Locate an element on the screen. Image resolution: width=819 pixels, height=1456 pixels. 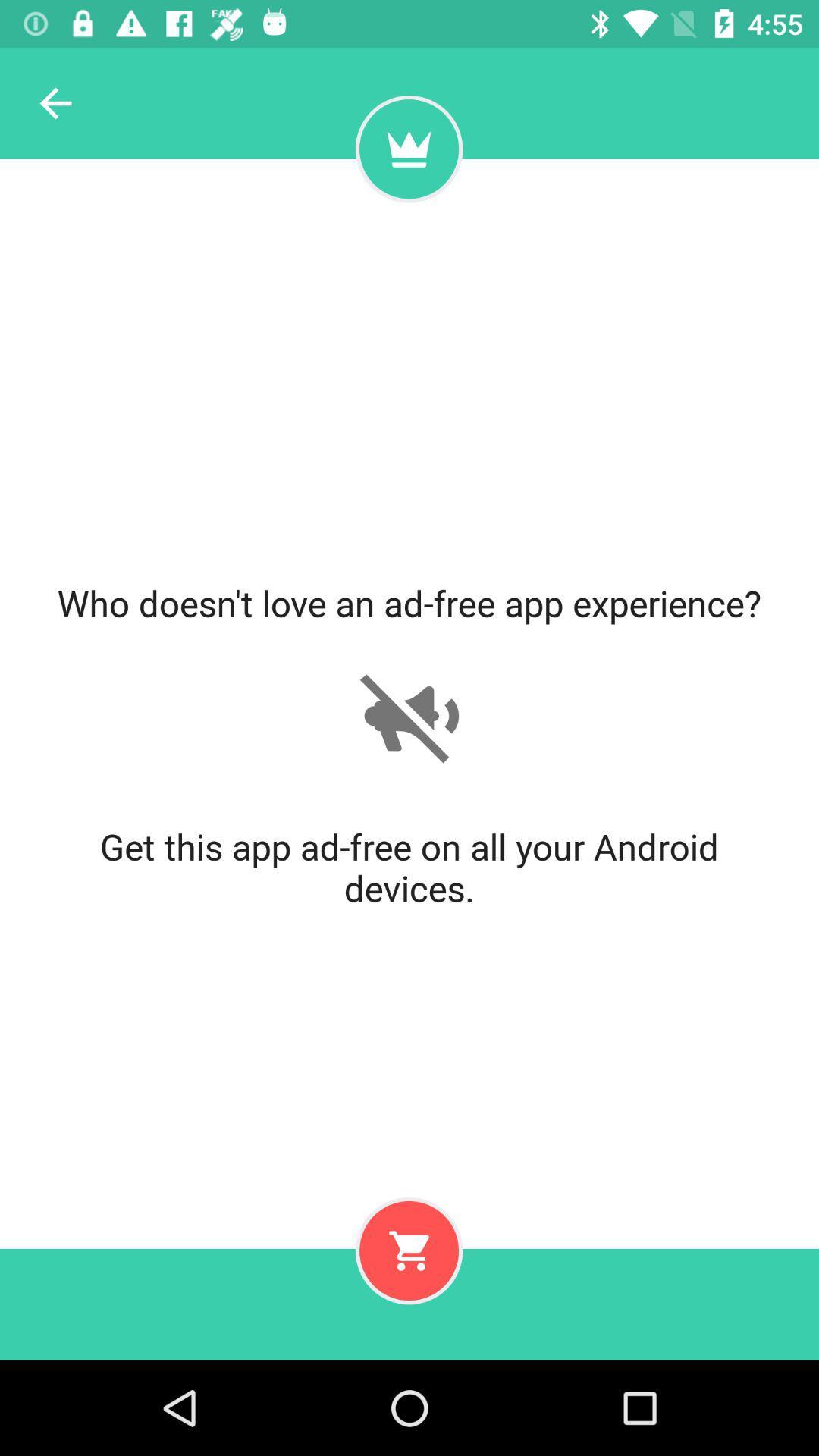
the cart icon is located at coordinates (408, 1250).